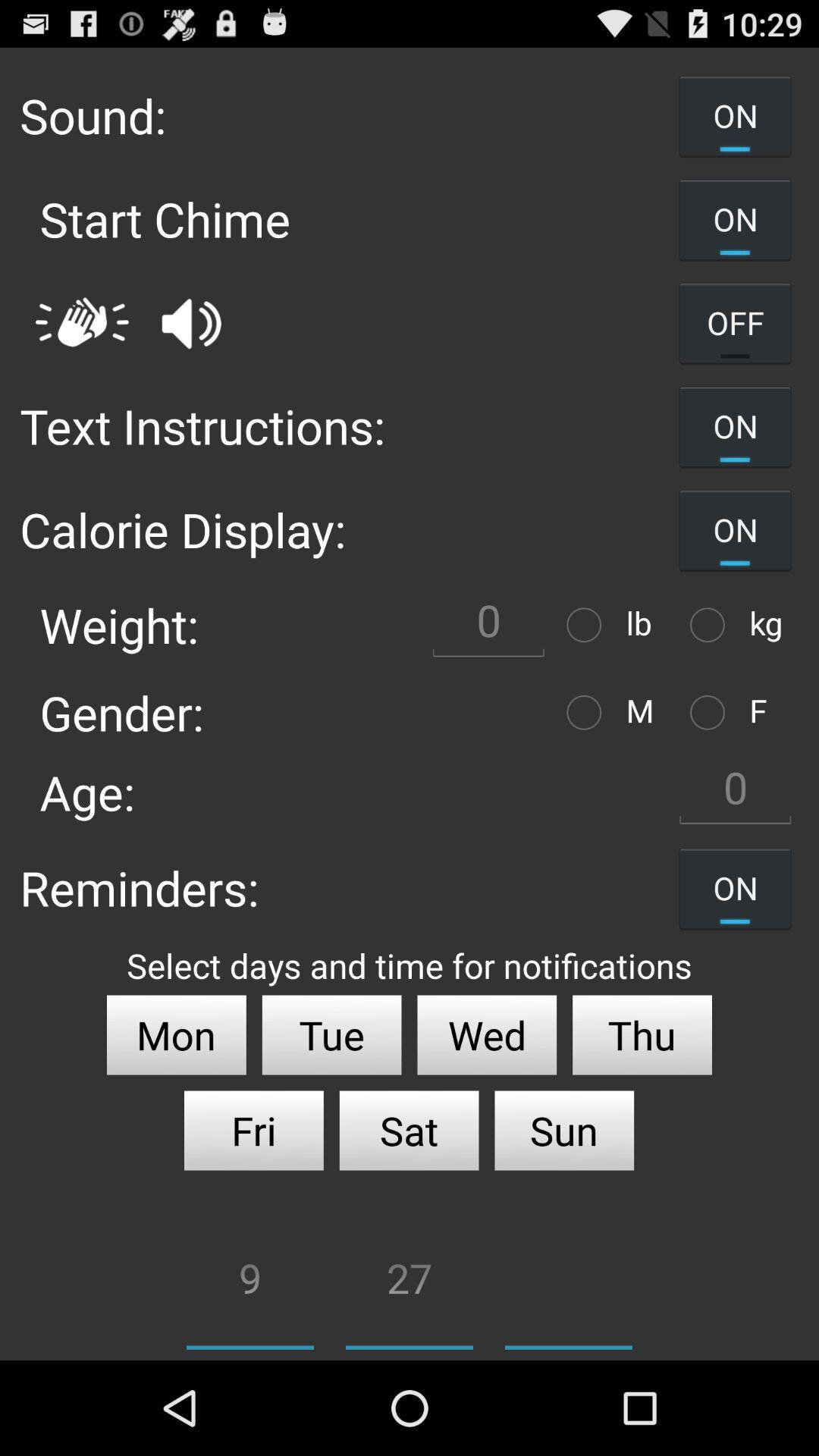  I want to click on weight in lb box, so click(488, 625).